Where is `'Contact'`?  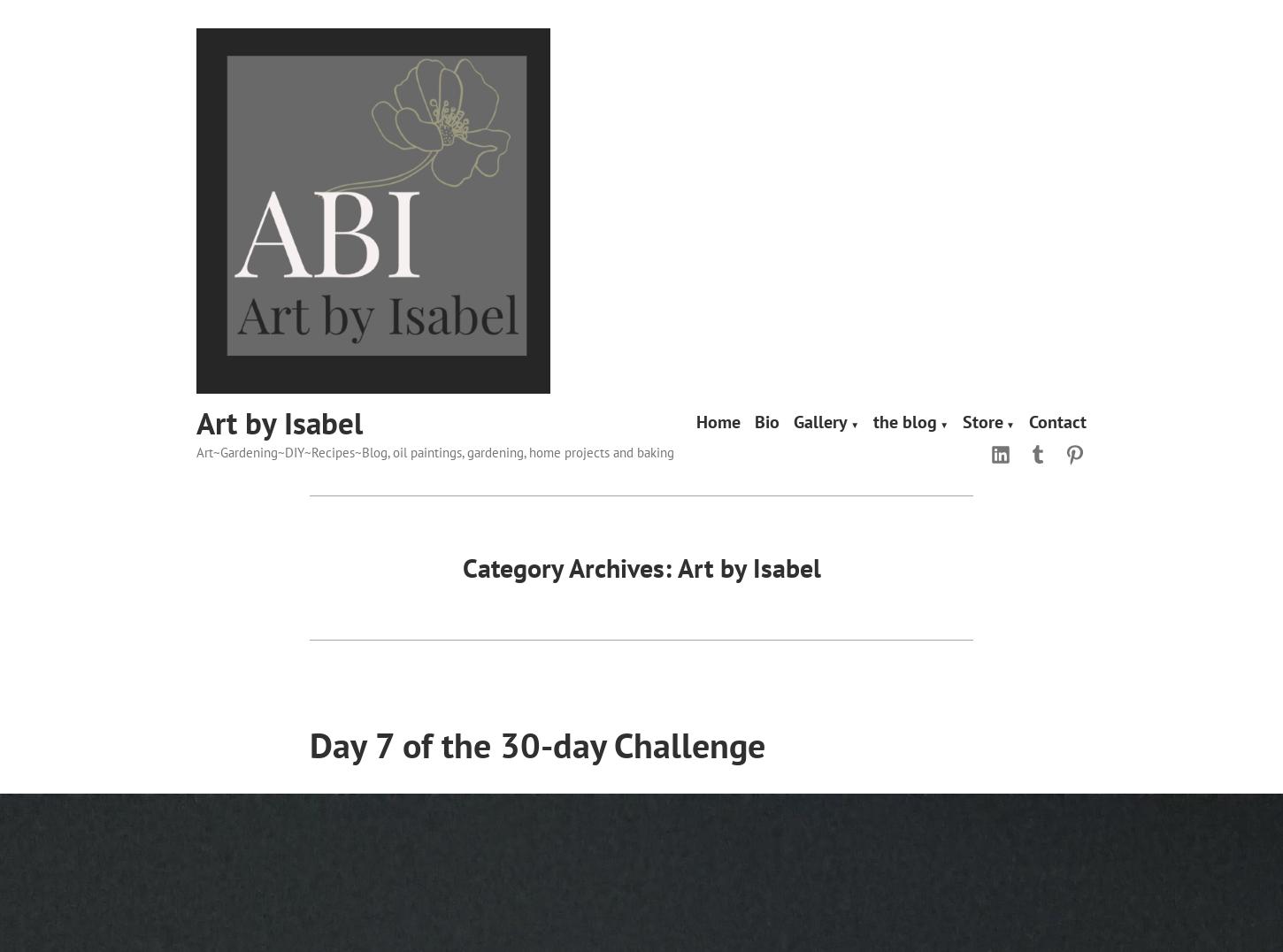
'Contact' is located at coordinates (1056, 420).